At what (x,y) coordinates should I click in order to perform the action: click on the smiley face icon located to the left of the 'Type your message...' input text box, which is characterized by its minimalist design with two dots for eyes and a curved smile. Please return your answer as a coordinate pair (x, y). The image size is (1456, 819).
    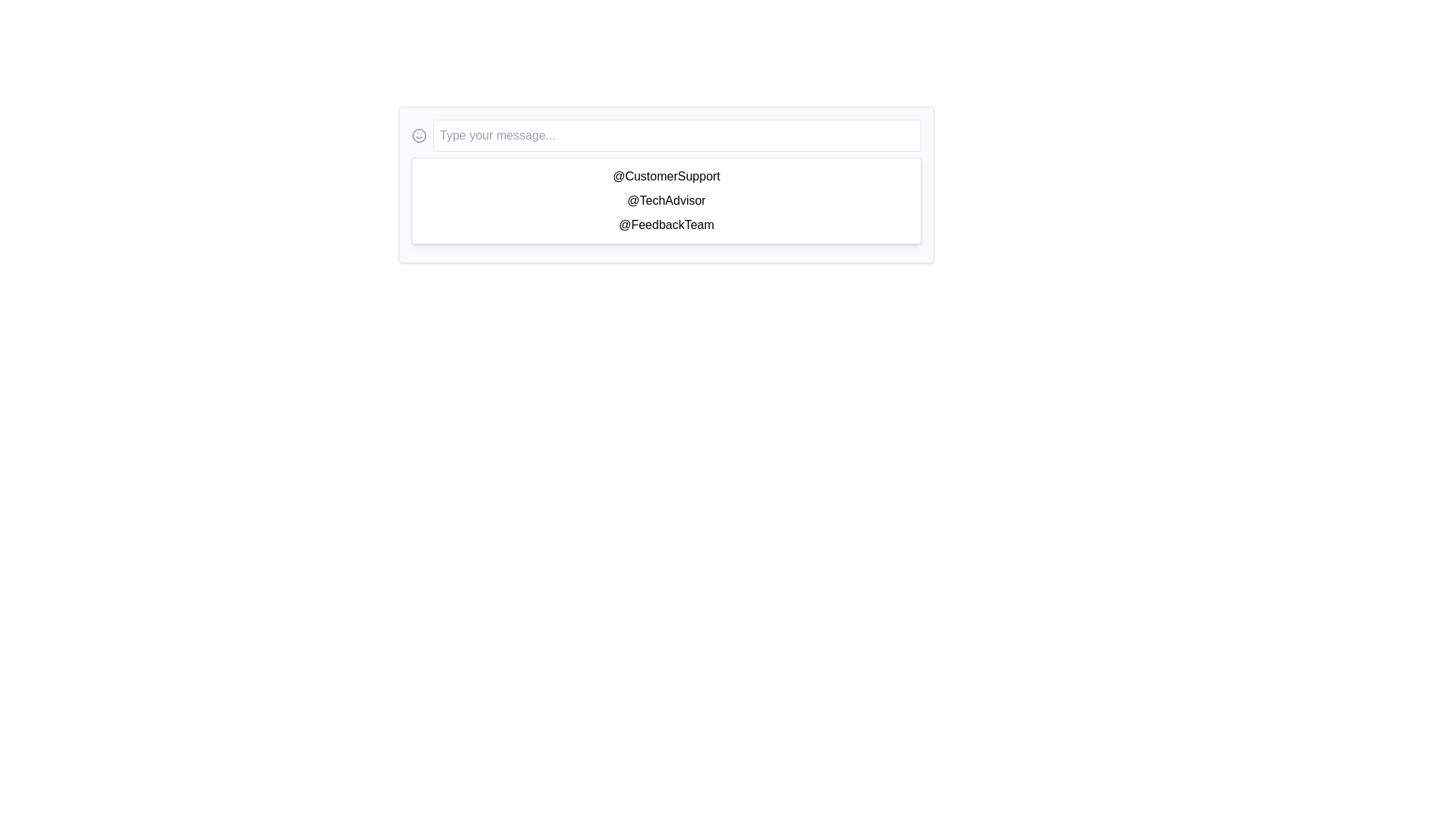
    Looking at the image, I should click on (419, 134).